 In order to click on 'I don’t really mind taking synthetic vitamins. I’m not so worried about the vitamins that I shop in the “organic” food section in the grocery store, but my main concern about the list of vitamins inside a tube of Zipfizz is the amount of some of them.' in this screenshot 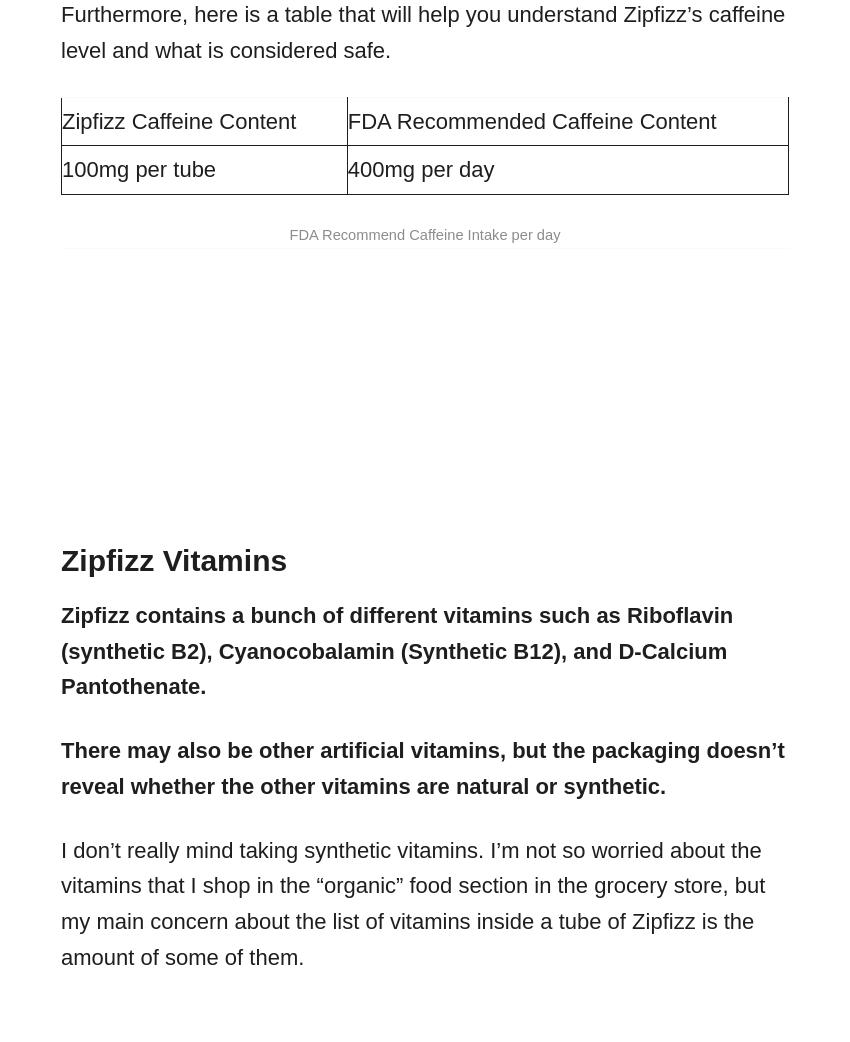, I will do `click(413, 901)`.